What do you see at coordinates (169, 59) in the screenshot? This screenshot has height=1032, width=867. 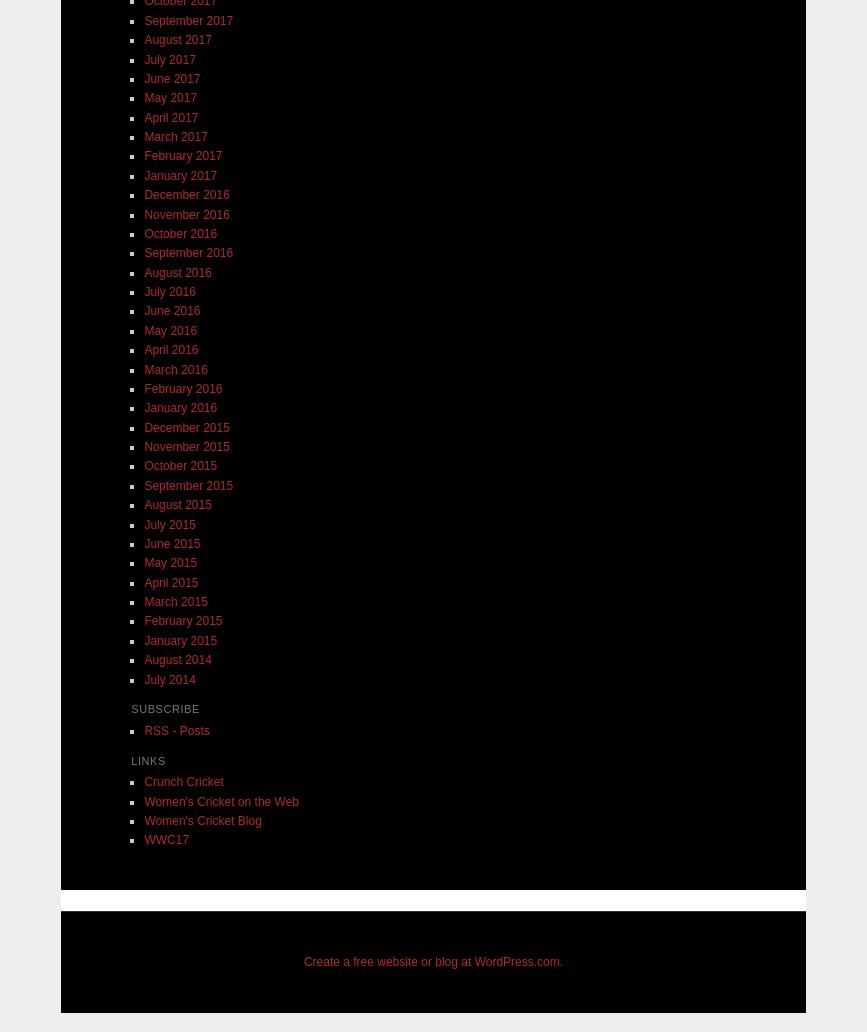 I see `'July 2017'` at bounding box center [169, 59].